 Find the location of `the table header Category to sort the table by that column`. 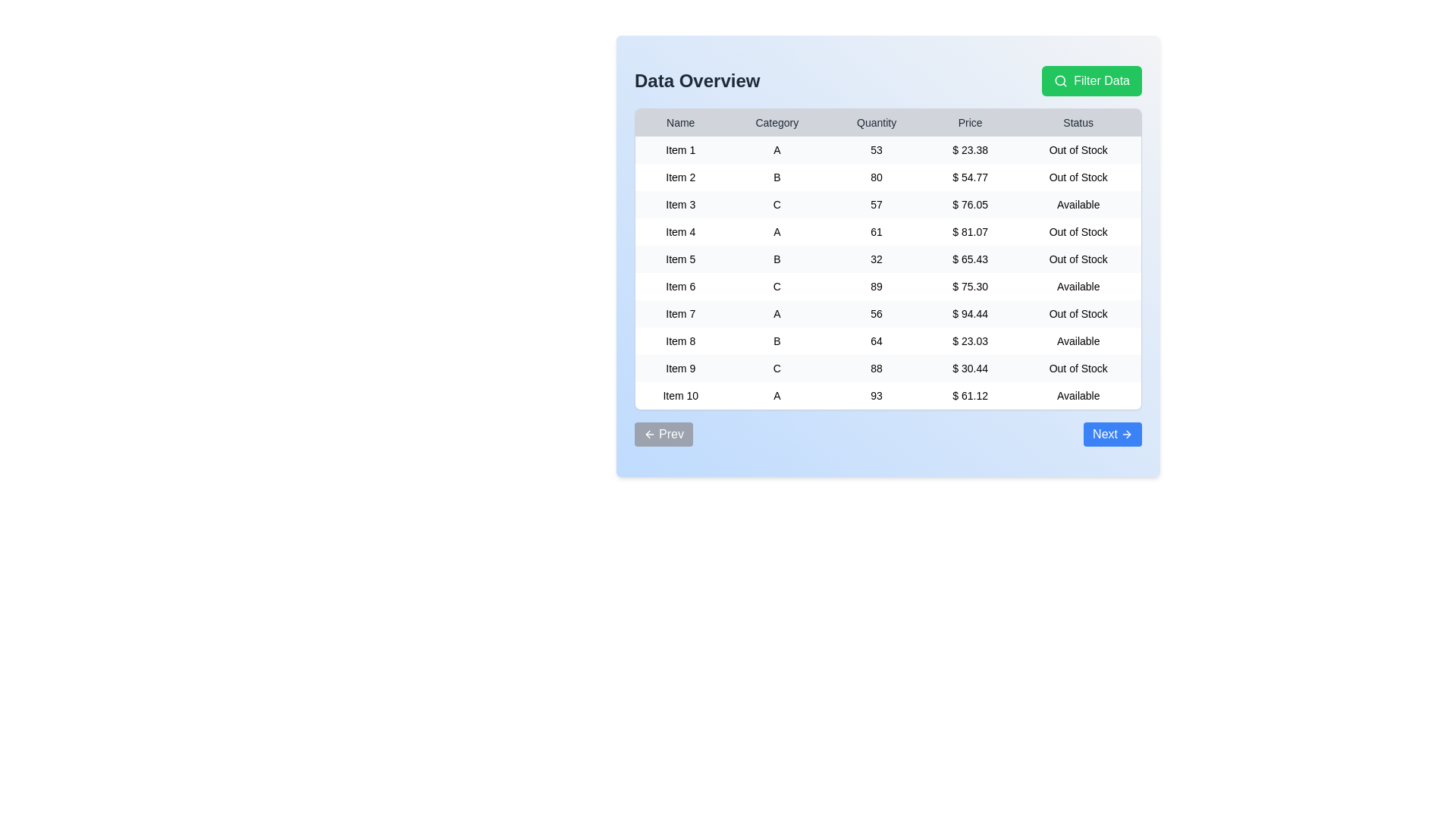

the table header Category to sort the table by that column is located at coordinates (777, 122).